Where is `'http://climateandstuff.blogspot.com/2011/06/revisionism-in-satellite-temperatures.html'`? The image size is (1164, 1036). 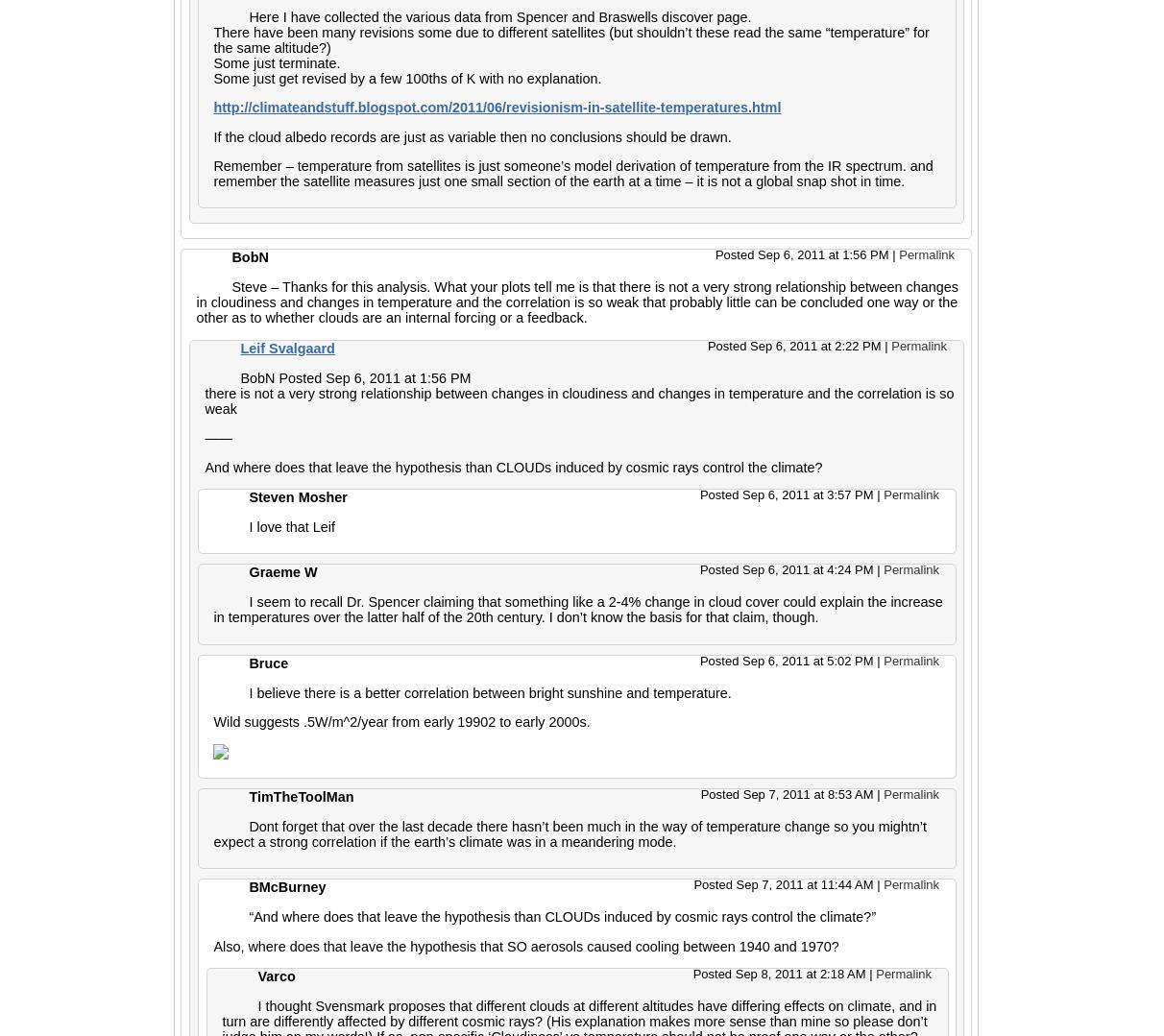
'http://climateandstuff.blogspot.com/2011/06/revisionism-in-satellite-temperatures.html' is located at coordinates (212, 108).